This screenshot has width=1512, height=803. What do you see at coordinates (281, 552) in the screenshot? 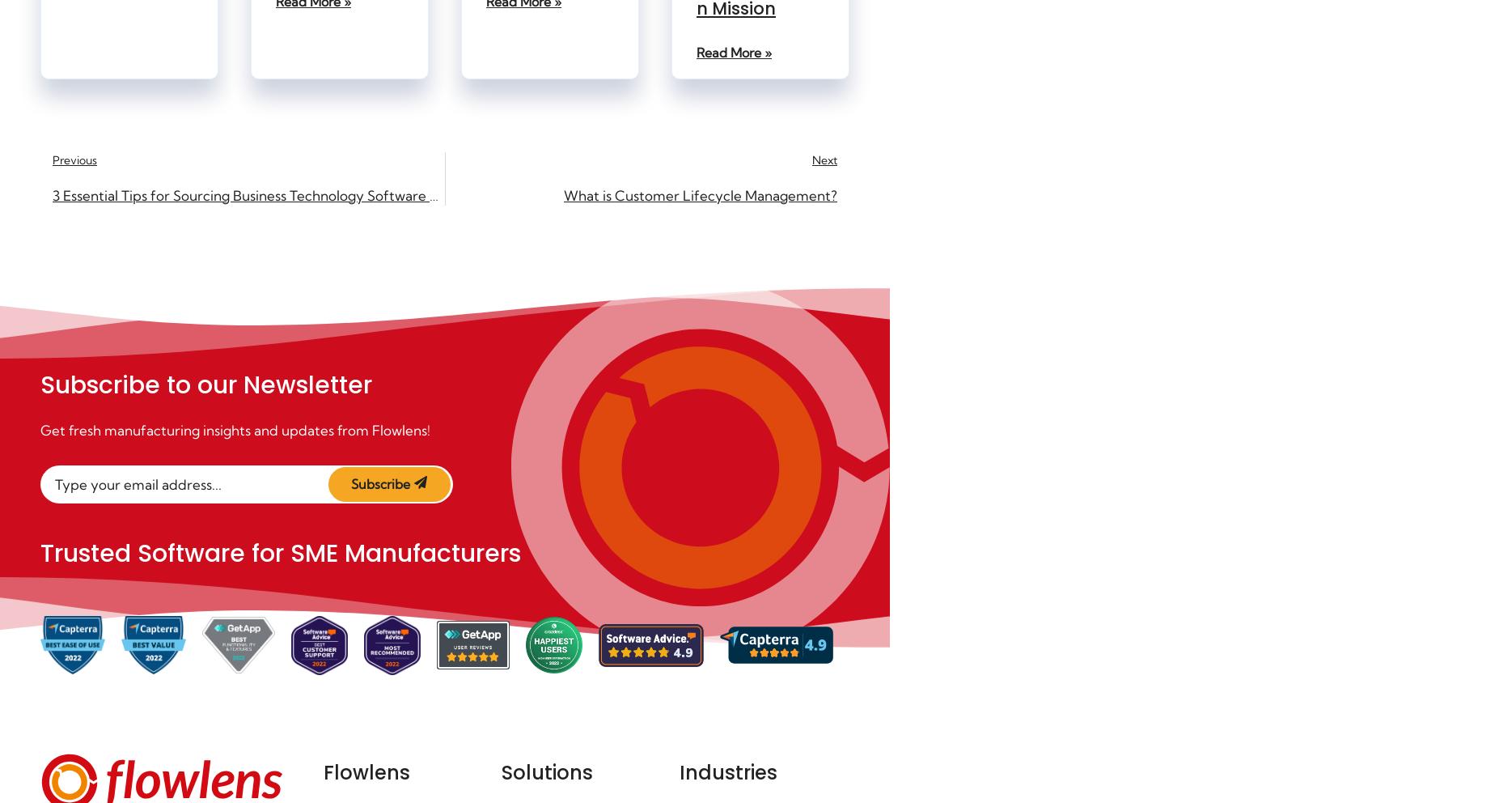
I see `'Trusted Software for SME Manufacturers'` at bounding box center [281, 552].